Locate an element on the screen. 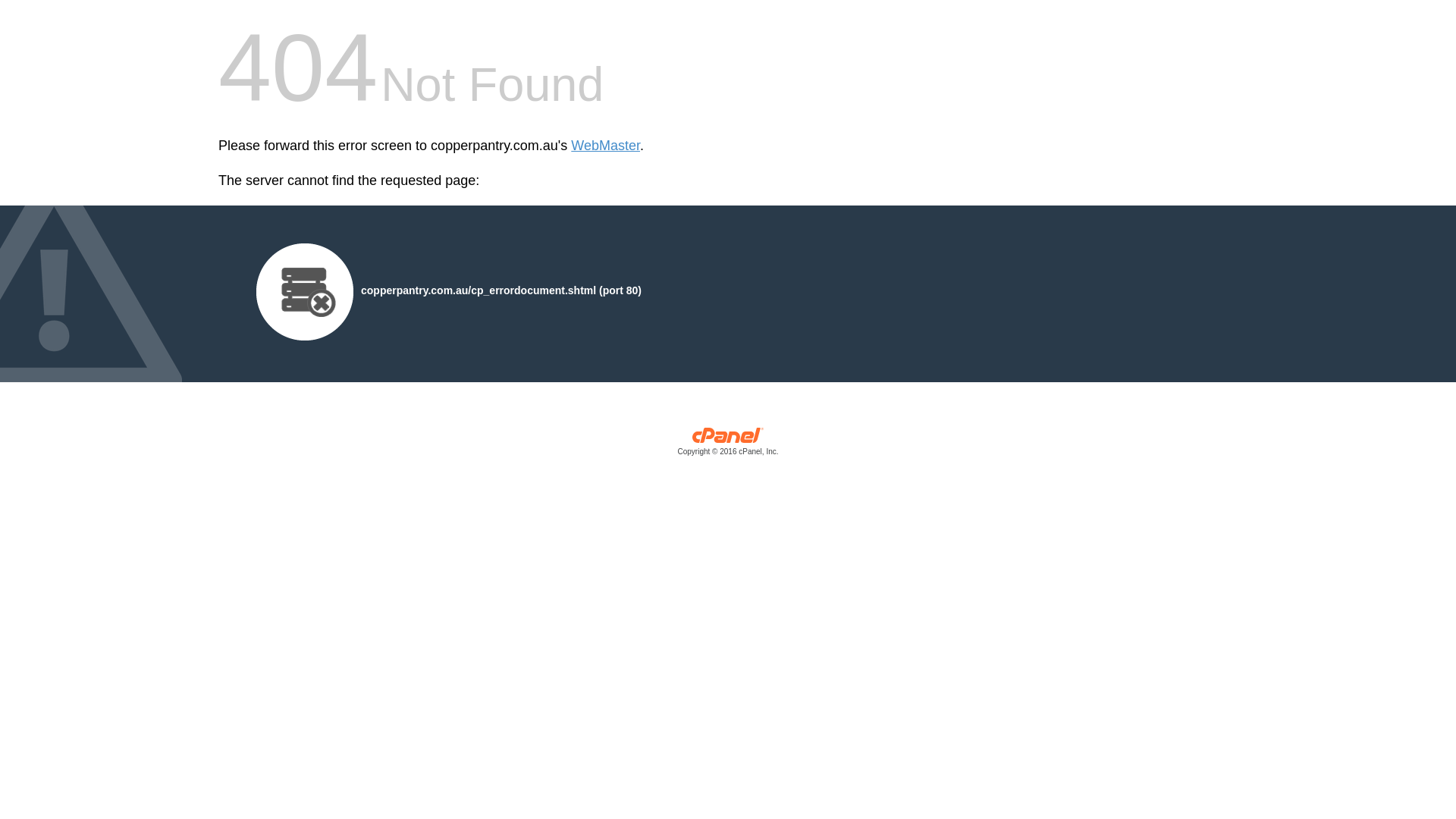 This screenshot has width=1456, height=819. 'WebMaster' is located at coordinates (570, 146).